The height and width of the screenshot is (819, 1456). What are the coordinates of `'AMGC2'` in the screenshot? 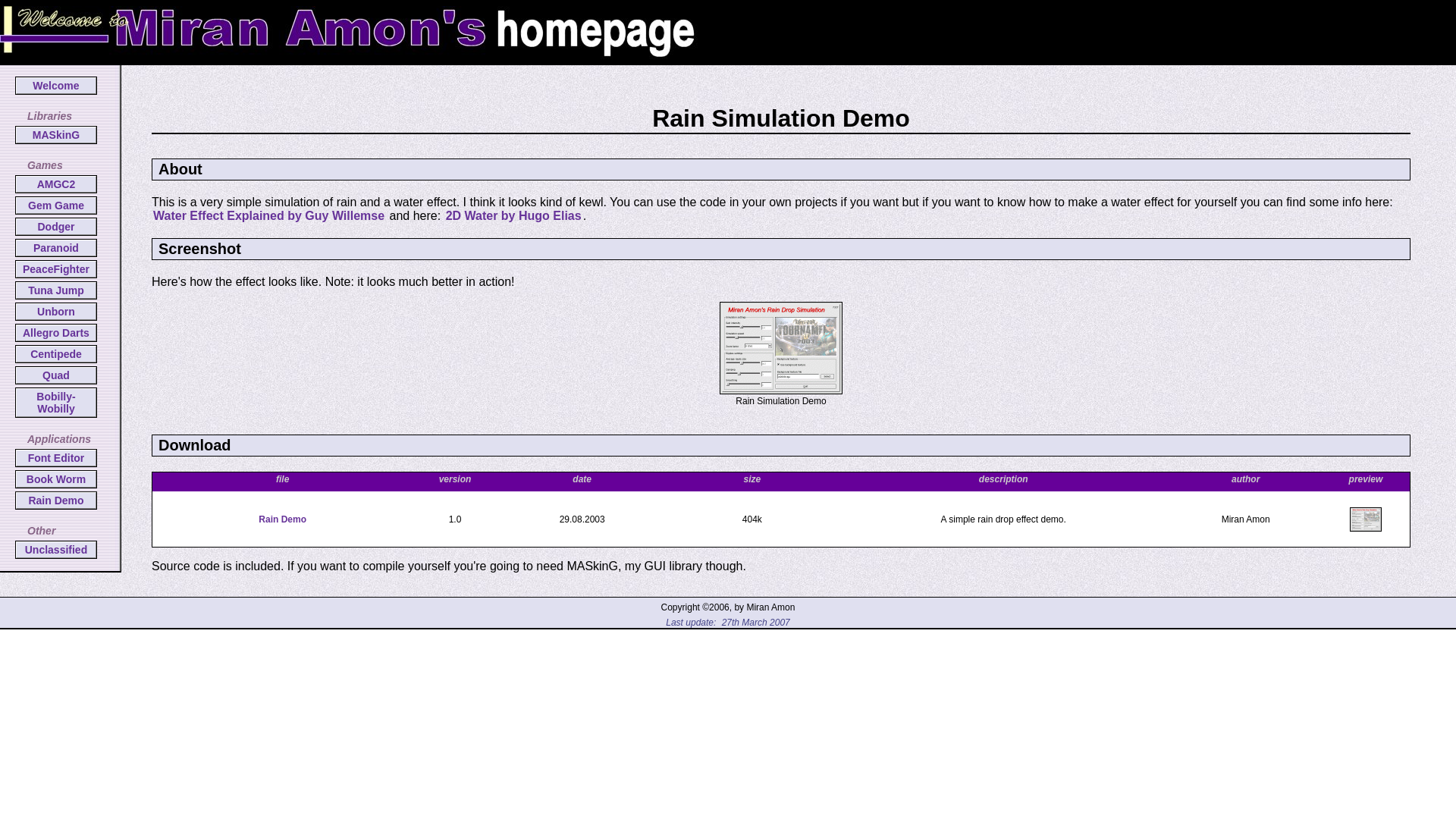 It's located at (55, 184).